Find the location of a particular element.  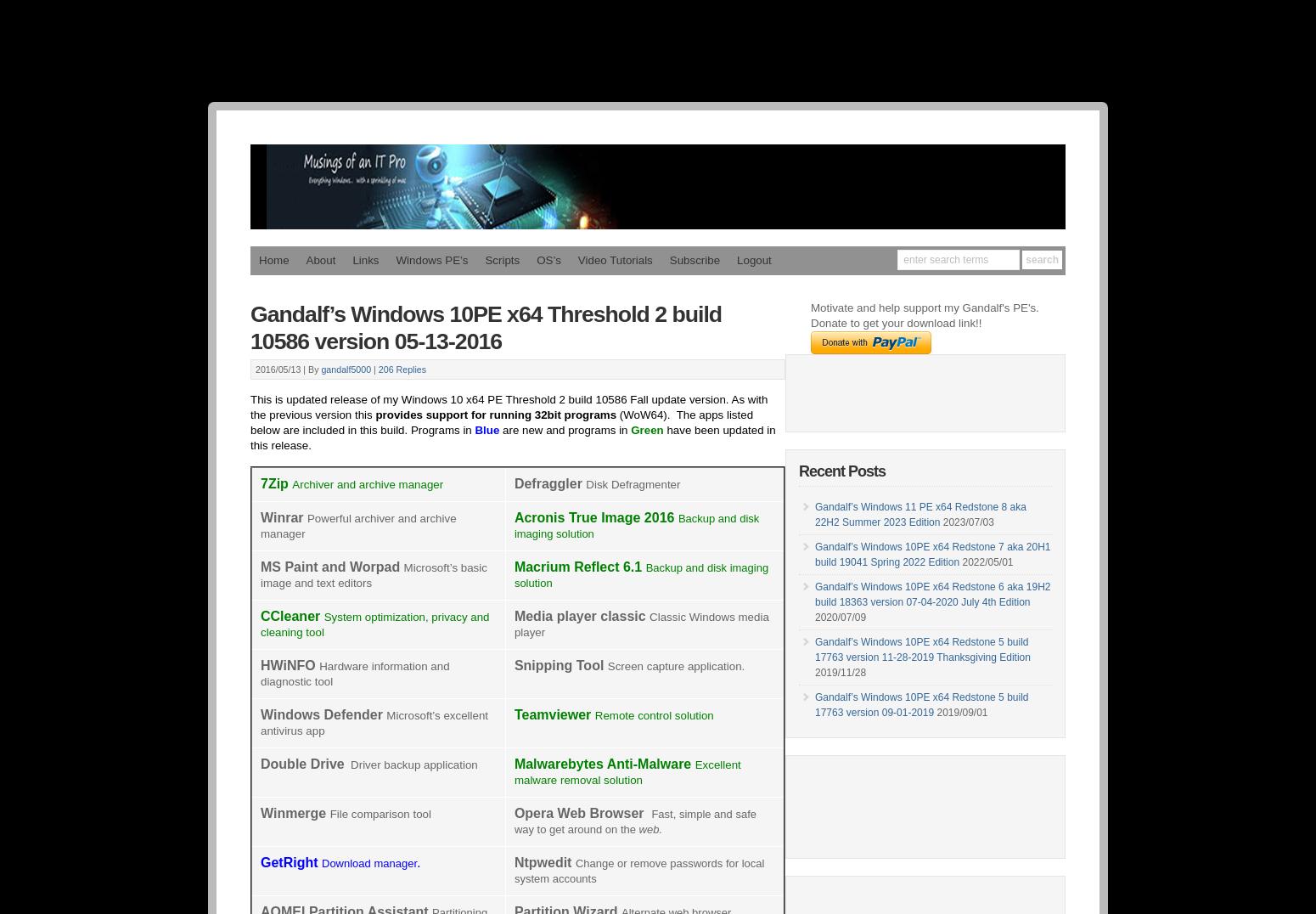

'OS’s' is located at coordinates (548, 259).